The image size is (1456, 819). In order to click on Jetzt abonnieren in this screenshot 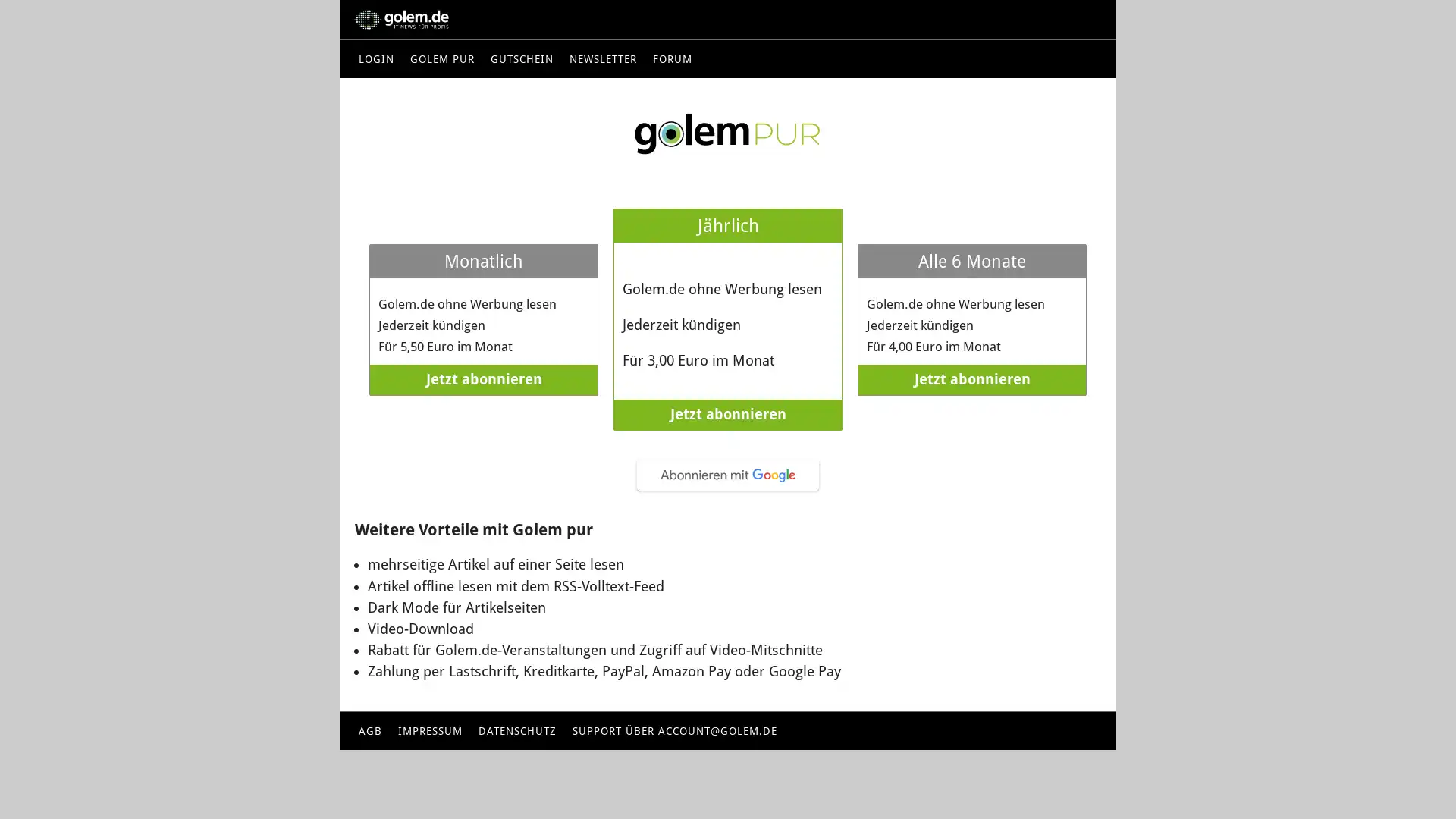, I will do `click(483, 379)`.